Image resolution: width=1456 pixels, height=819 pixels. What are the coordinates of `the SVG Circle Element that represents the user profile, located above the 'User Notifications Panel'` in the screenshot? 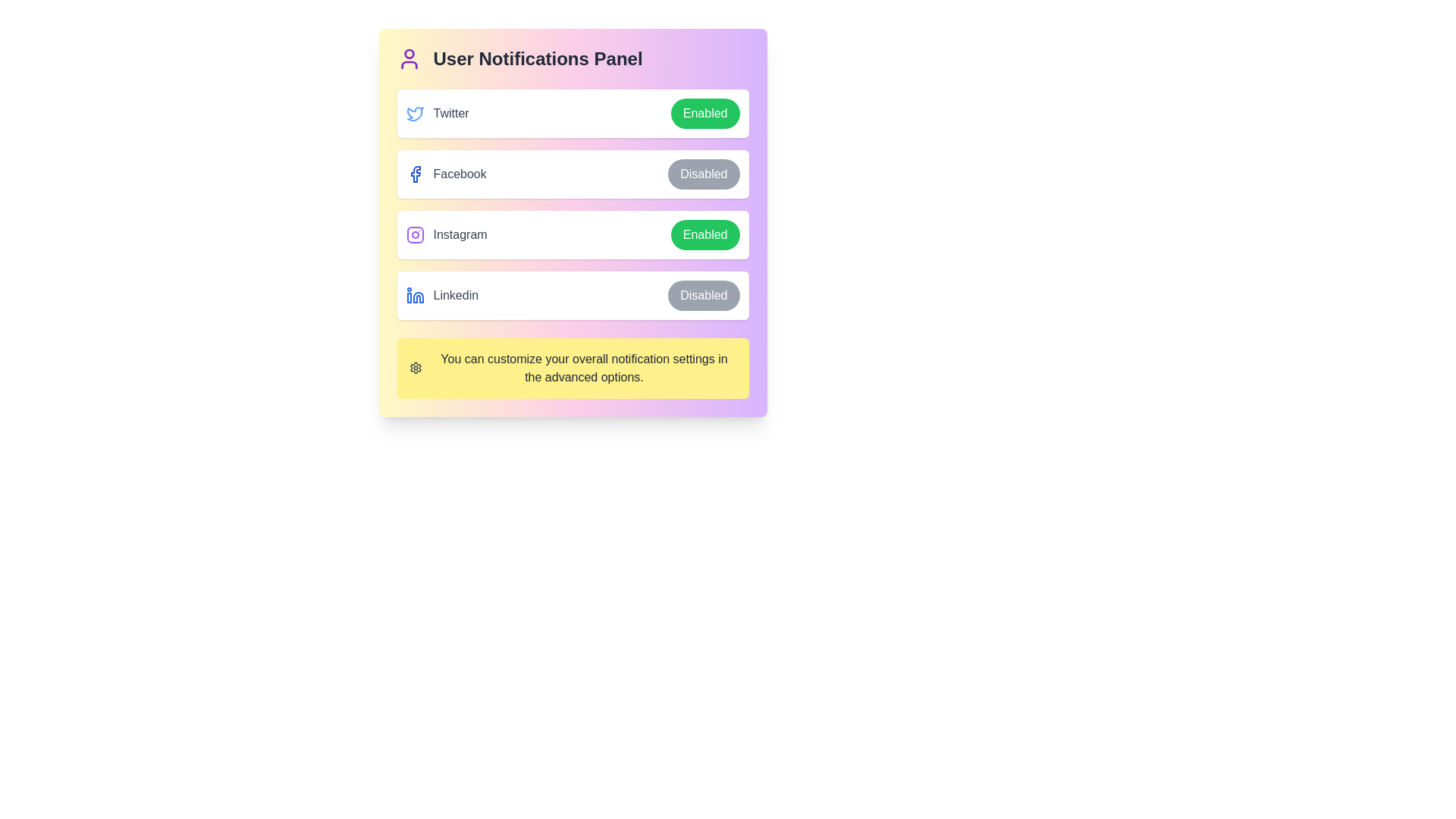 It's located at (409, 53).